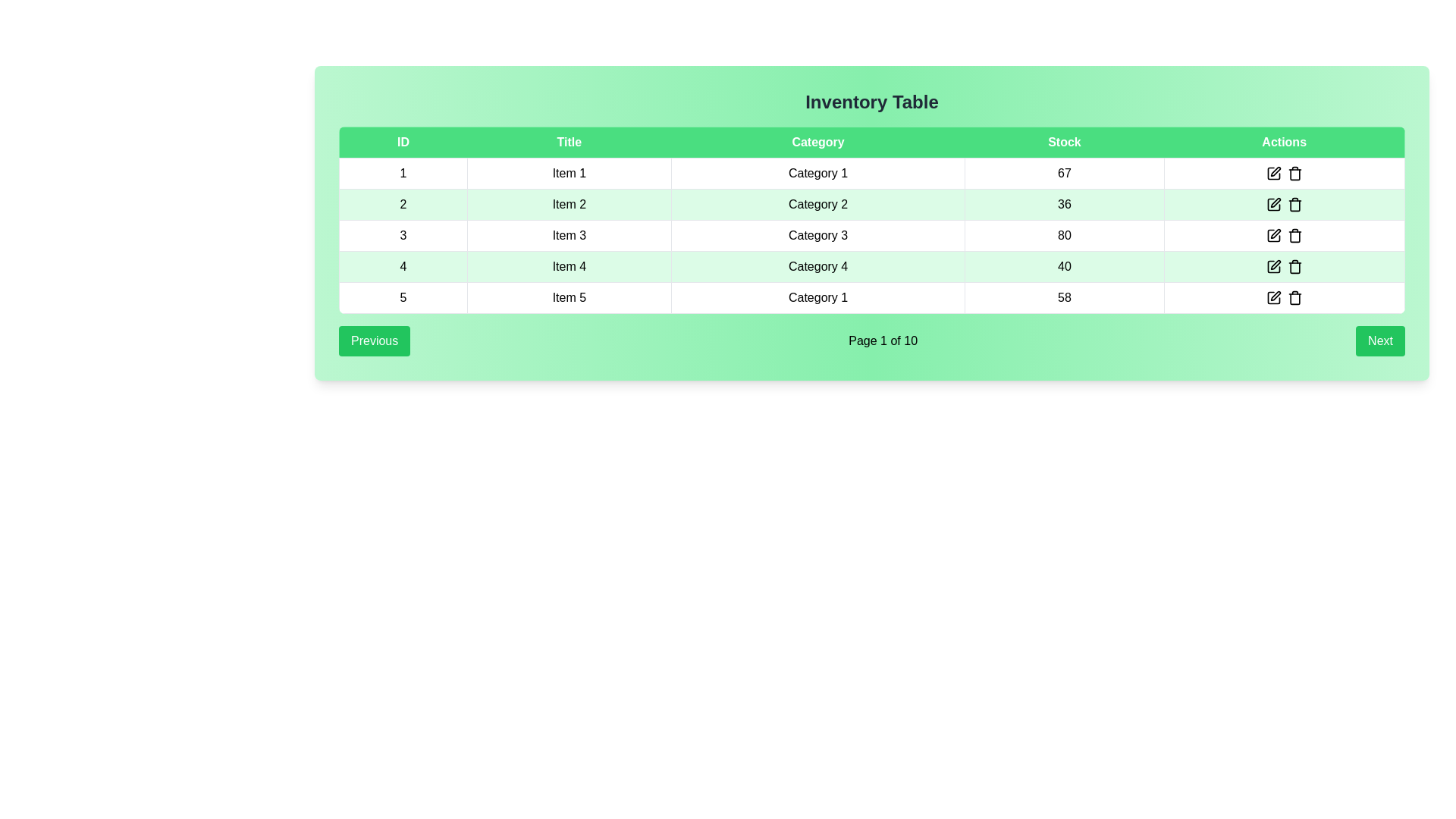 The height and width of the screenshot is (819, 1456). What do you see at coordinates (568, 298) in the screenshot?
I see `the text label that reads 'Item 5' located in the fifth row of the table under the 'Title' column` at bounding box center [568, 298].